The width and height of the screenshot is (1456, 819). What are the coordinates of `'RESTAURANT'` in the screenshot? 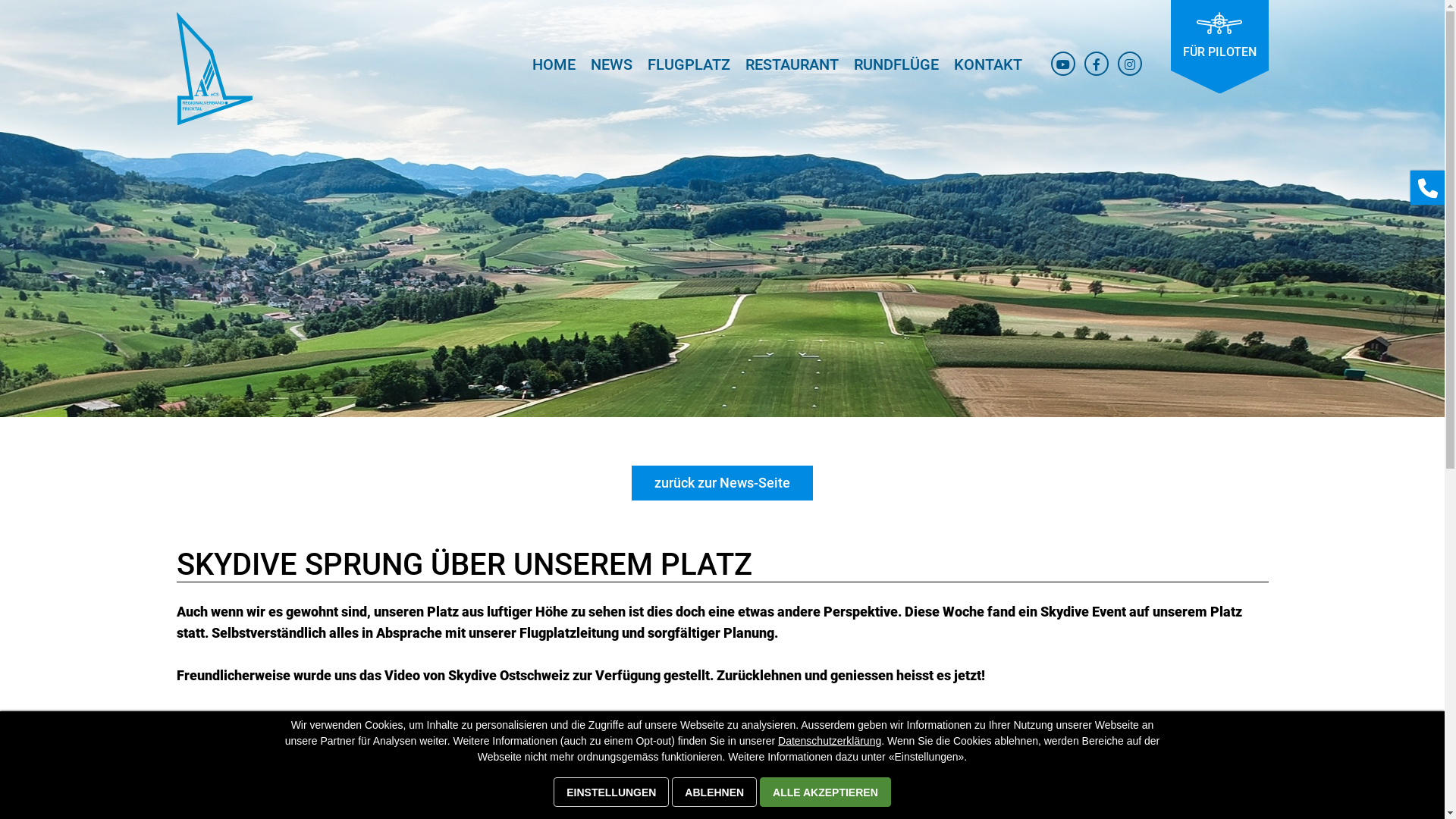 It's located at (790, 70).